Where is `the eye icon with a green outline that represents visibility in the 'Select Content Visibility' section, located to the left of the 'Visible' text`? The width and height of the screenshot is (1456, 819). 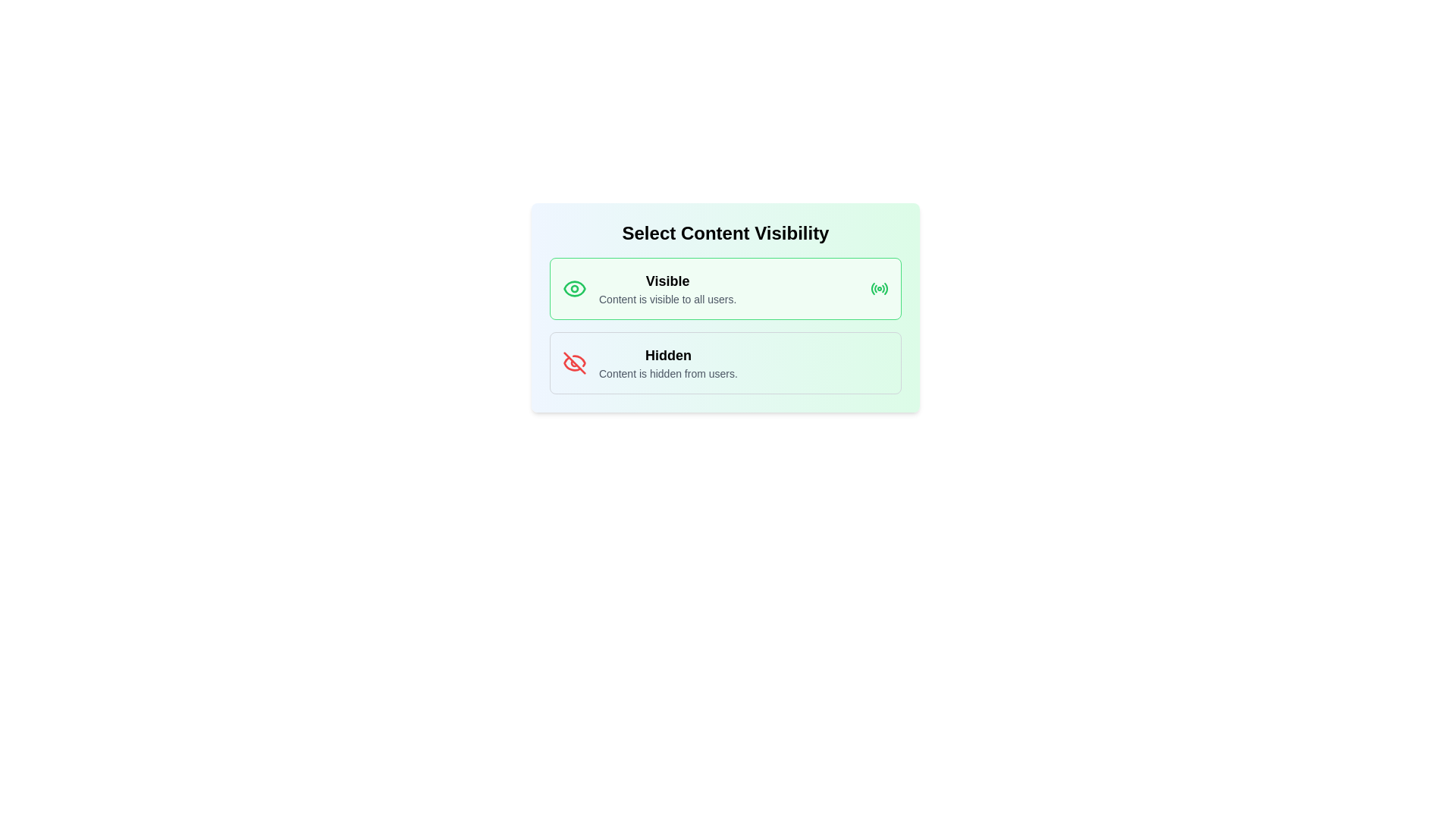 the eye icon with a green outline that represents visibility in the 'Select Content Visibility' section, located to the left of the 'Visible' text is located at coordinates (574, 289).